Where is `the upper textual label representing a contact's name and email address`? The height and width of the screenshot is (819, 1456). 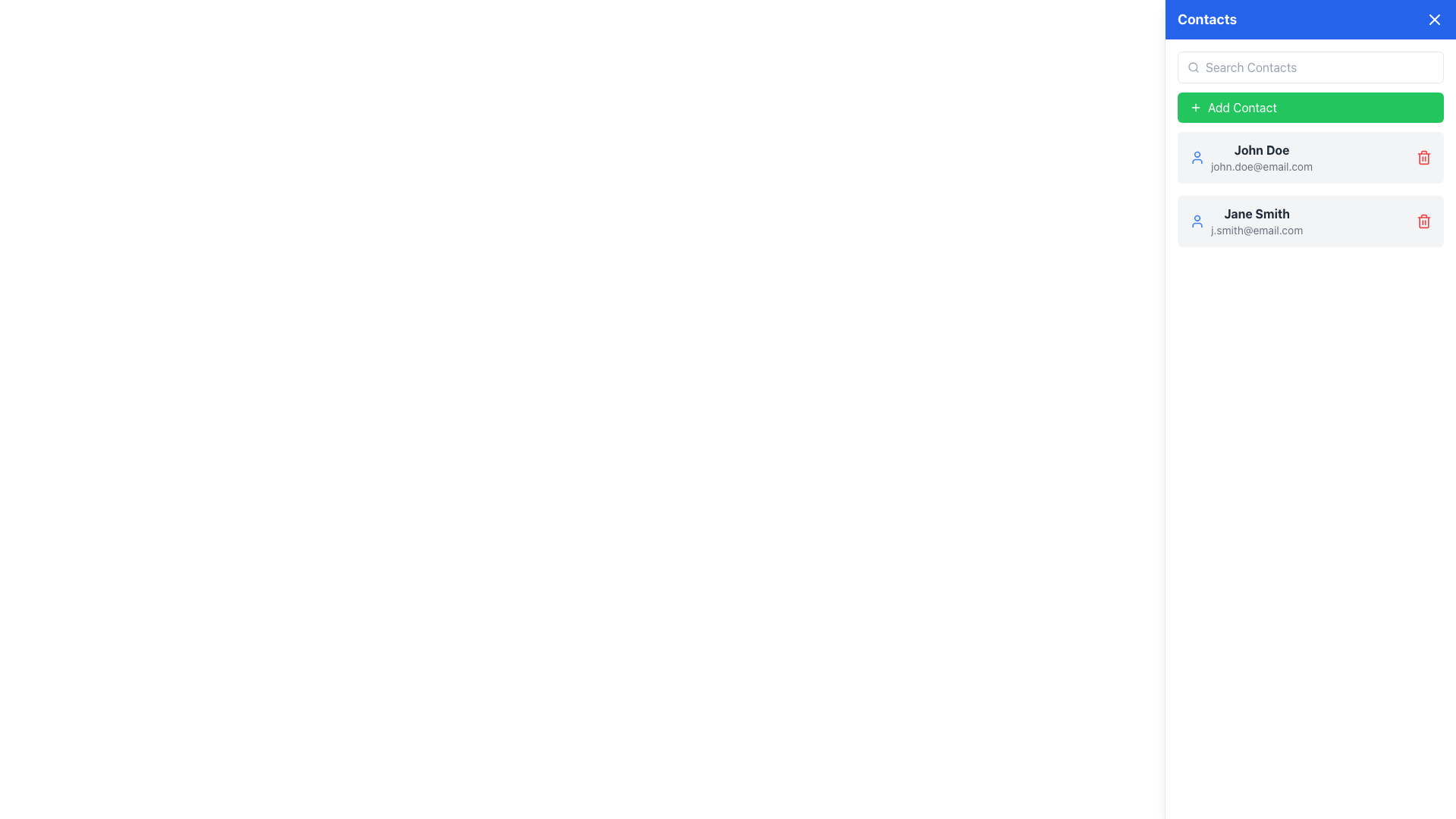 the upper textual label representing a contact's name and email address is located at coordinates (1262, 158).